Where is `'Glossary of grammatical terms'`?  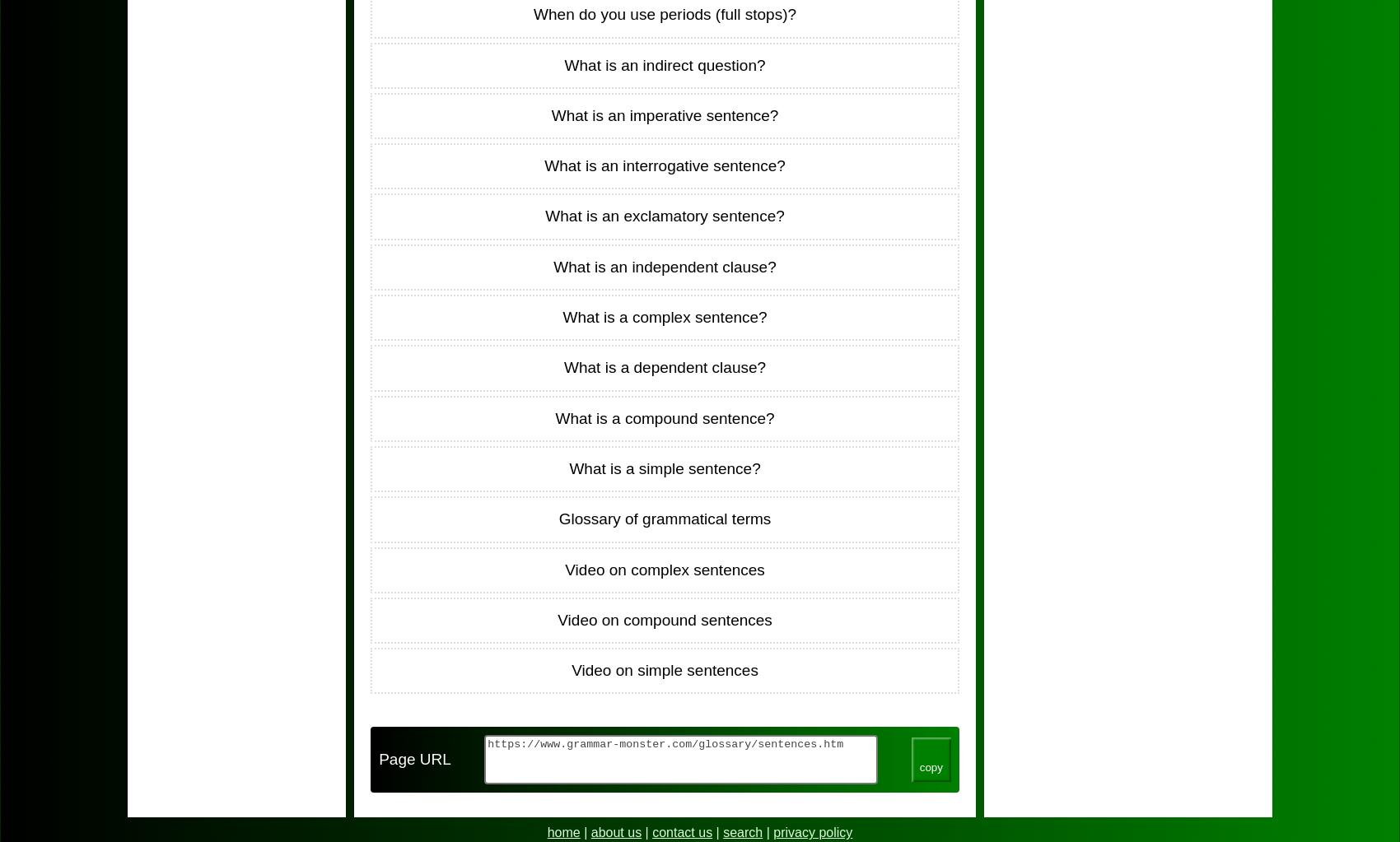 'Glossary of grammatical terms' is located at coordinates (663, 519).